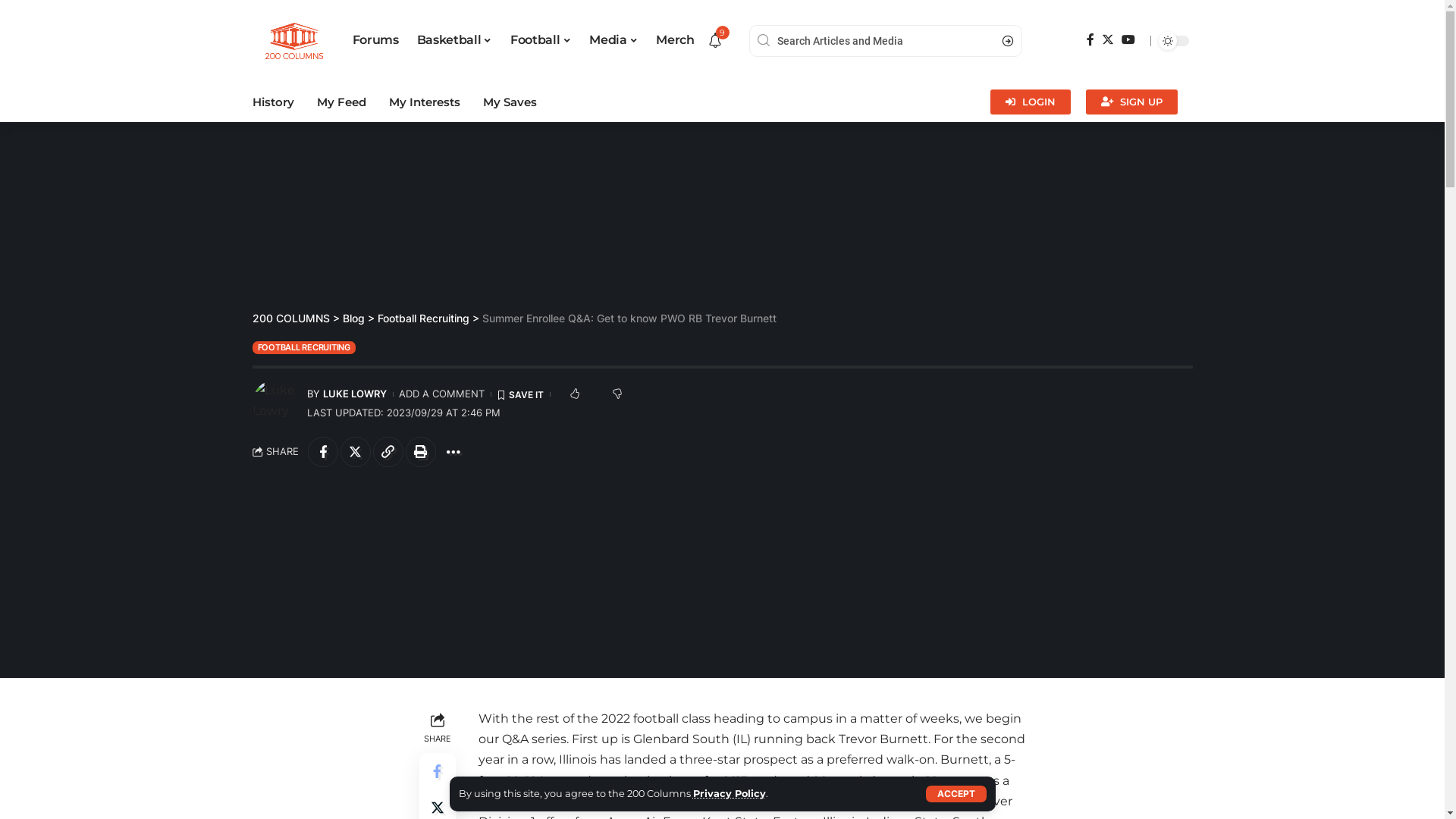 This screenshot has height=819, width=1456. What do you see at coordinates (340, 102) in the screenshot?
I see `'My Feed'` at bounding box center [340, 102].